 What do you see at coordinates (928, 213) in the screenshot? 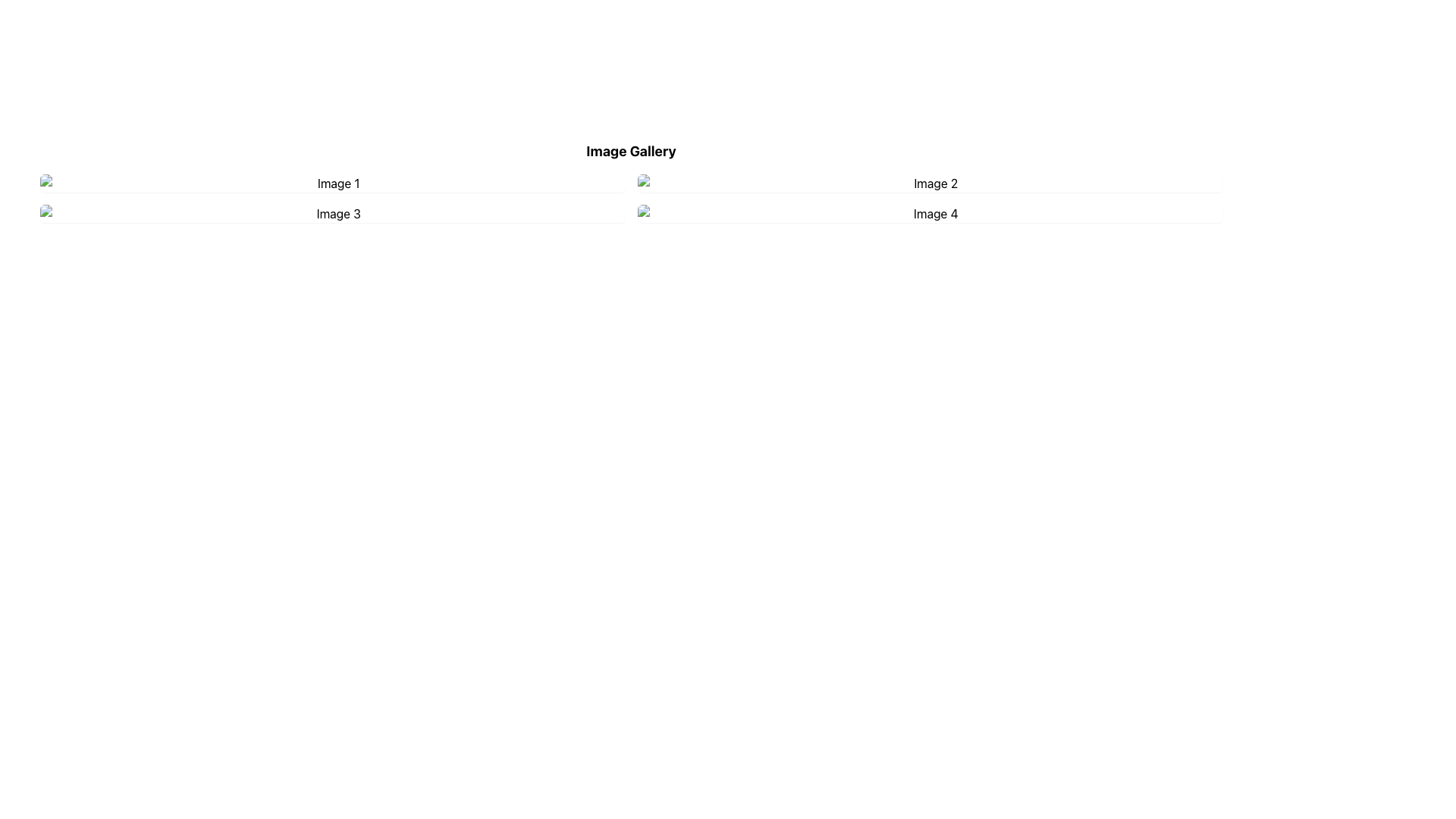
I see `the image with caption 'Image 4', which is the fourth item in the two-column grid structure located in the bottom-right corner of the grid` at bounding box center [928, 213].